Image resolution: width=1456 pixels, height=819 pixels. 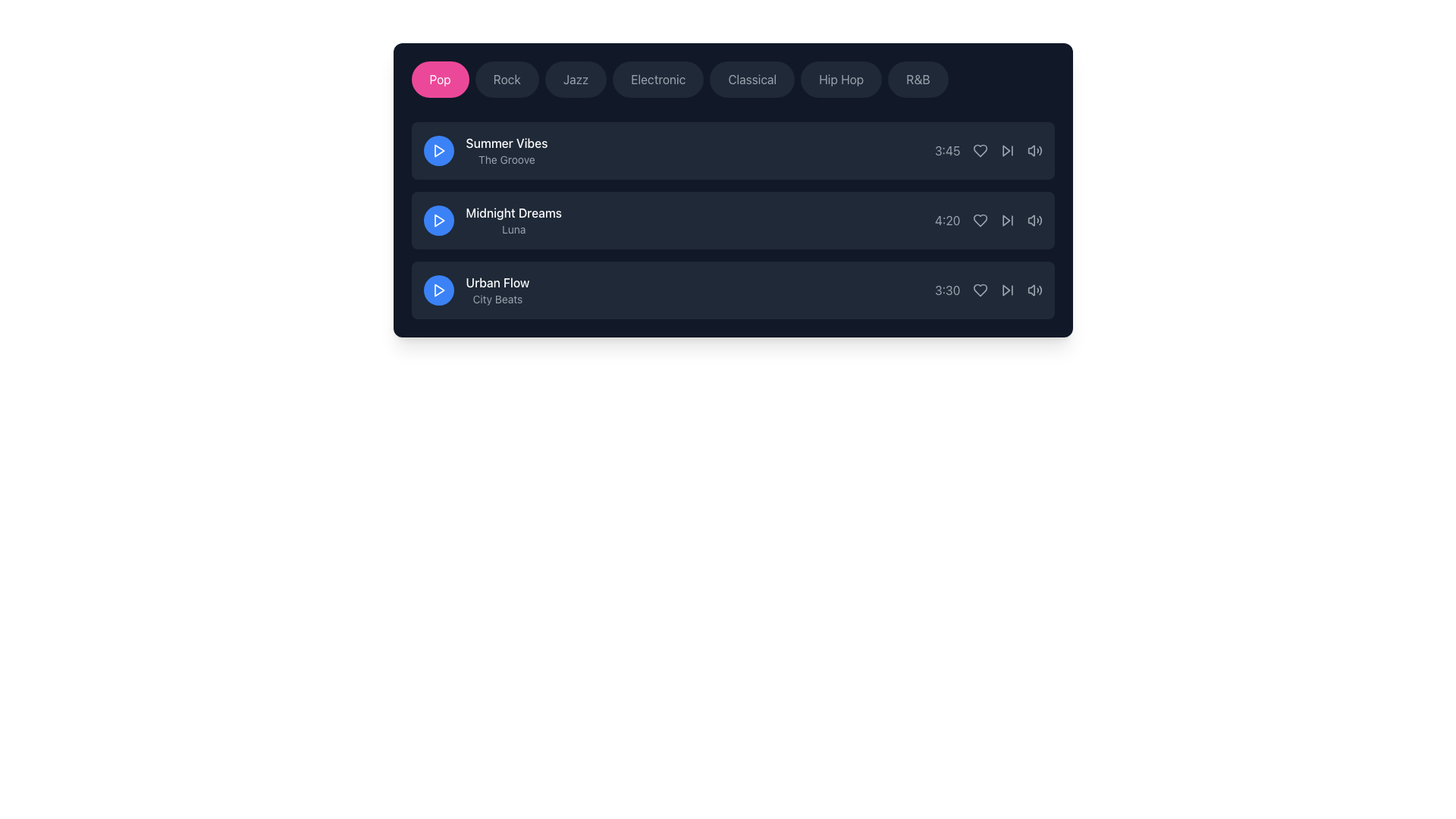 What do you see at coordinates (946, 151) in the screenshot?
I see `the text label displaying the duration '3:45' in light gray color, located to the right of the 'Summer Vibes' text entry` at bounding box center [946, 151].